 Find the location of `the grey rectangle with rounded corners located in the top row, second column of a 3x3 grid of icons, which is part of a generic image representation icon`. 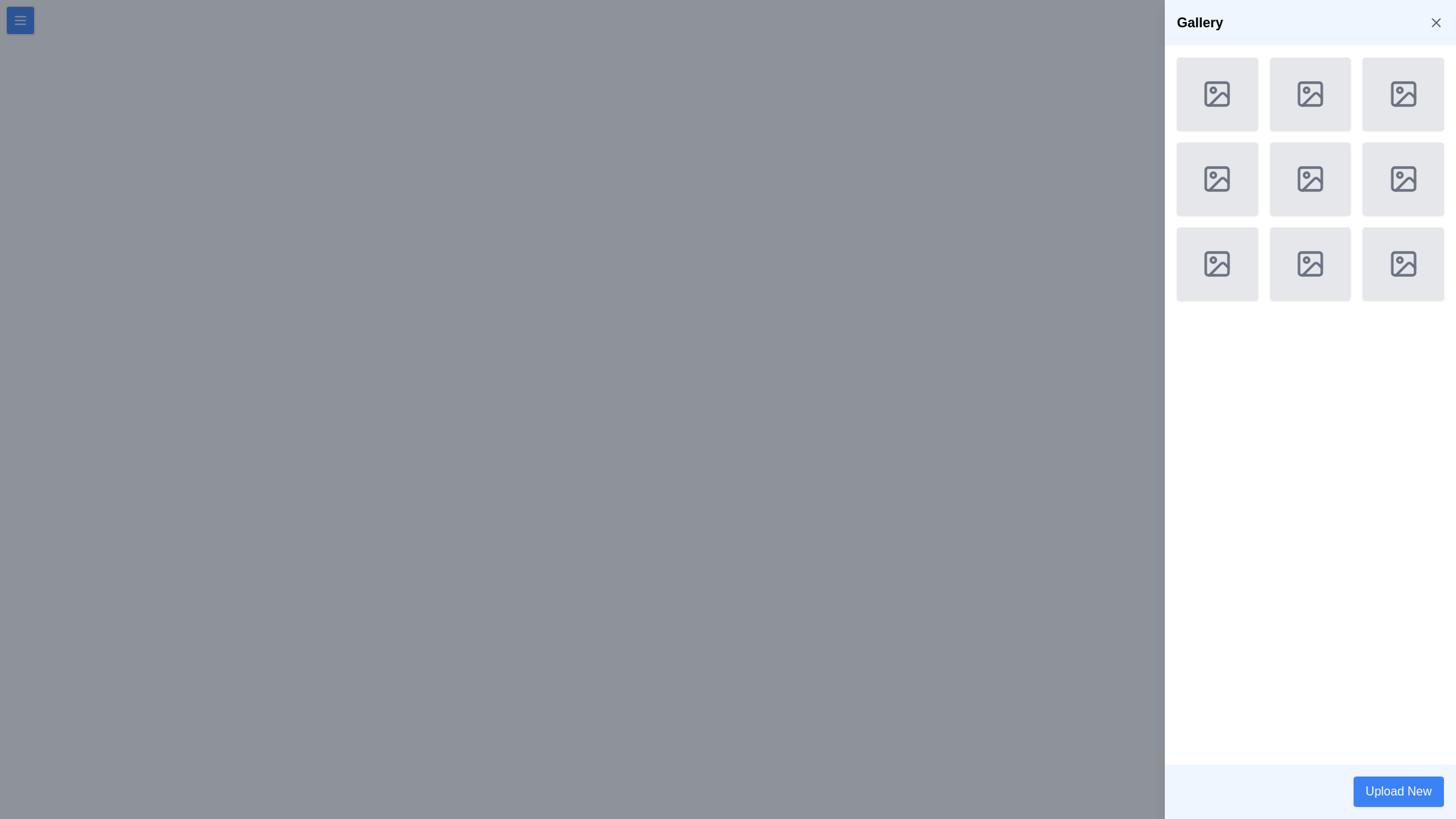

the grey rectangle with rounded corners located in the top row, second column of a 3x3 grid of icons, which is part of a generic image representation icon is located at coordinates (1310, 93).